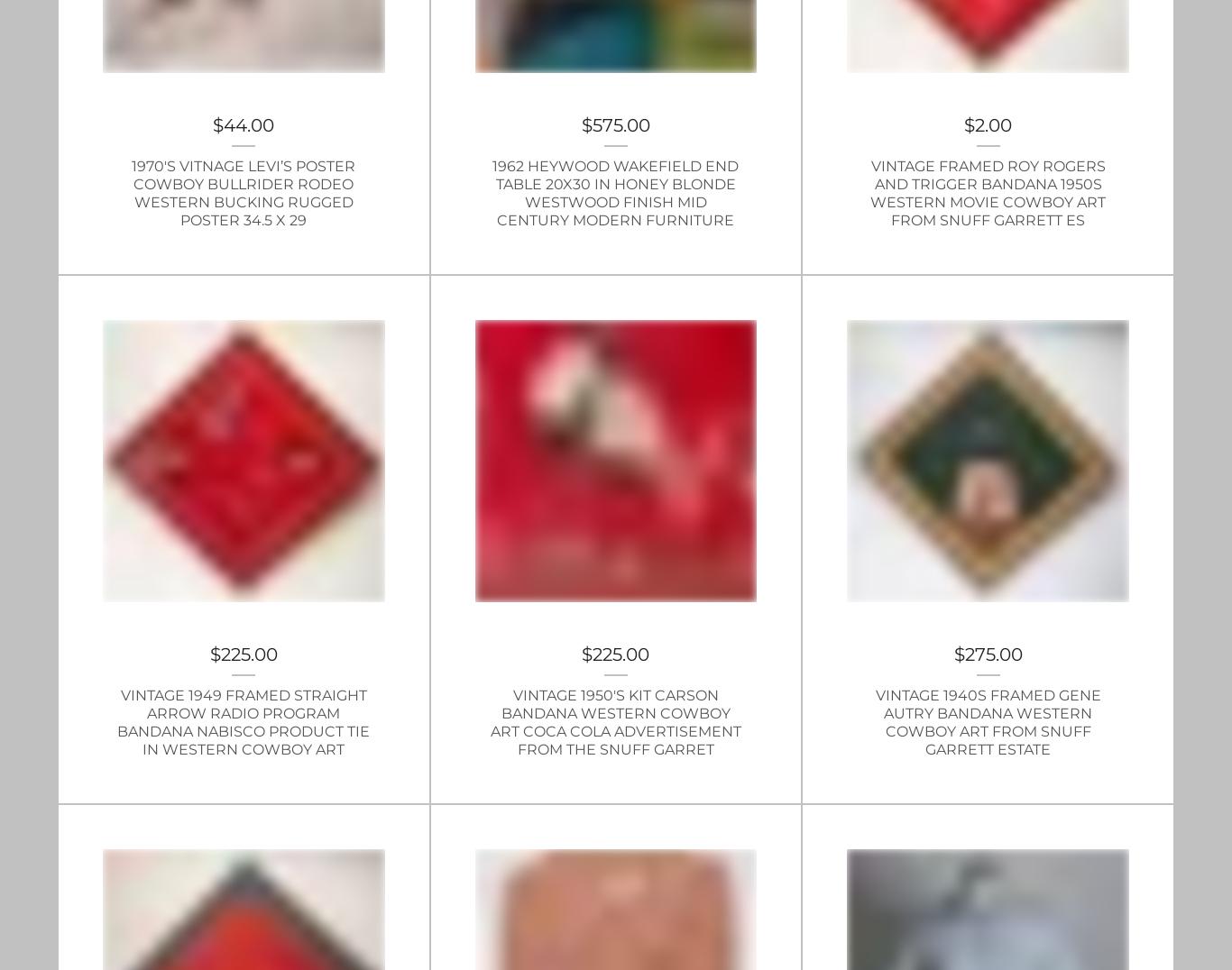  What do you see at coordinates (621, 125) in the screenshot?
I see `'575.00'` at bounding box center [621, 125].